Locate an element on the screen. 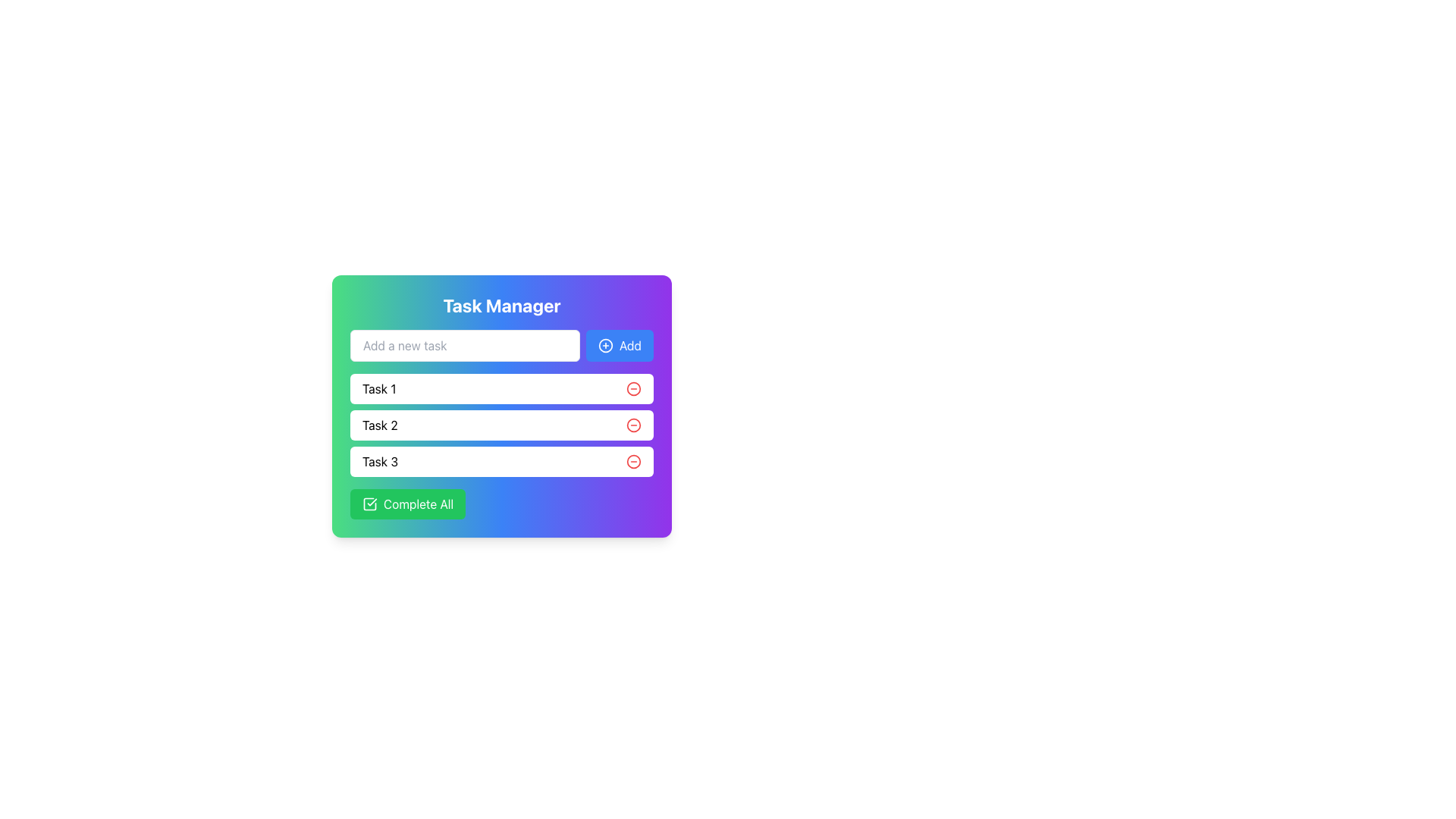 The image size is (1456, 819). the SVG Circle element used for deleting 'Task 1' is located at coordinates (633, 388).